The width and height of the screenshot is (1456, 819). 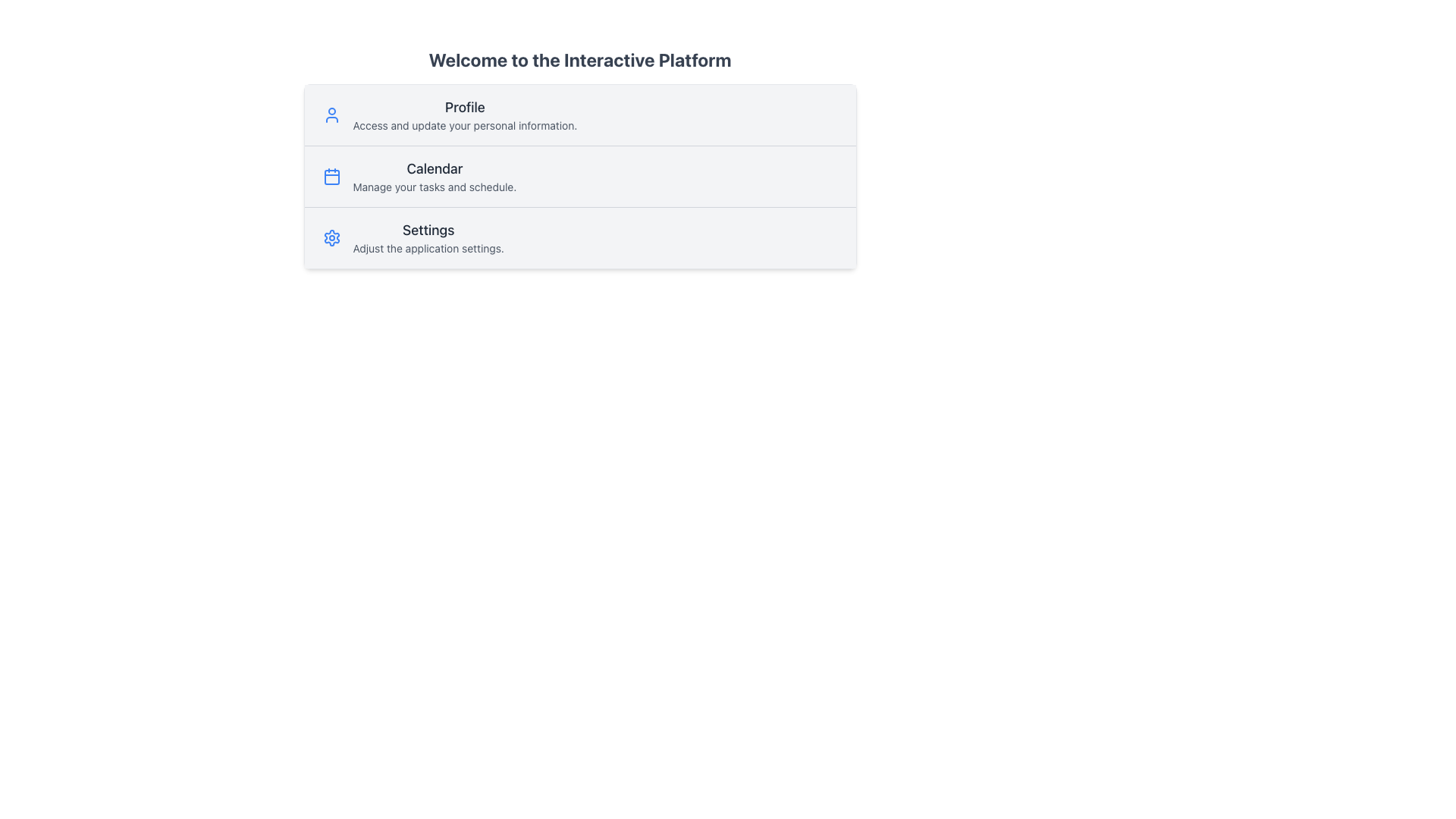 What do you see at coordinates (579, 237) in the screenshot?
I see `the third list item in the settings navigation list, located below the 'Calendar' item` at bounding box center [579, 237].